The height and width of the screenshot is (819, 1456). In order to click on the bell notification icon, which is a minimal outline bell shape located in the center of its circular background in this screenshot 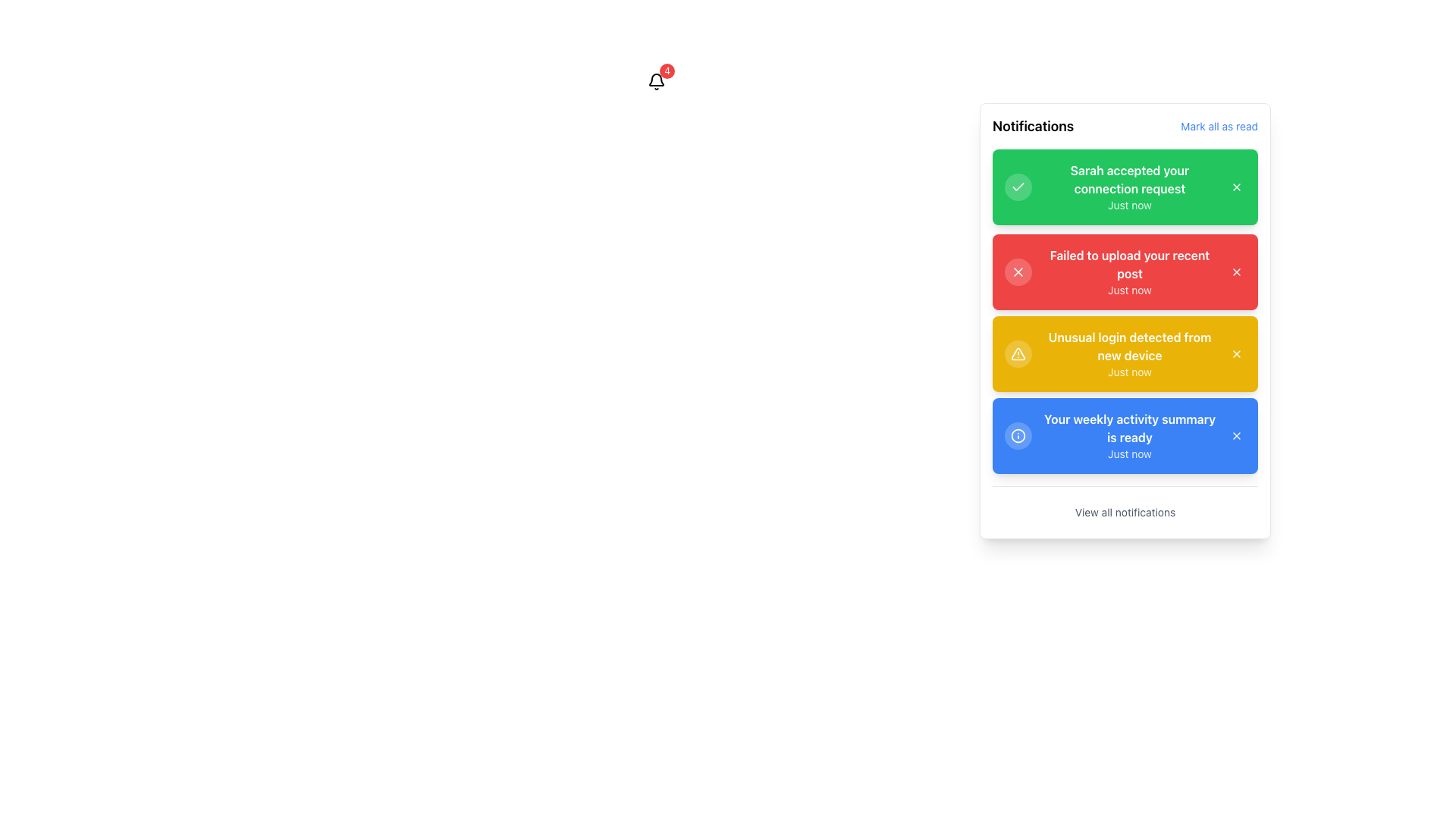, I will do `click(656, 82)`.